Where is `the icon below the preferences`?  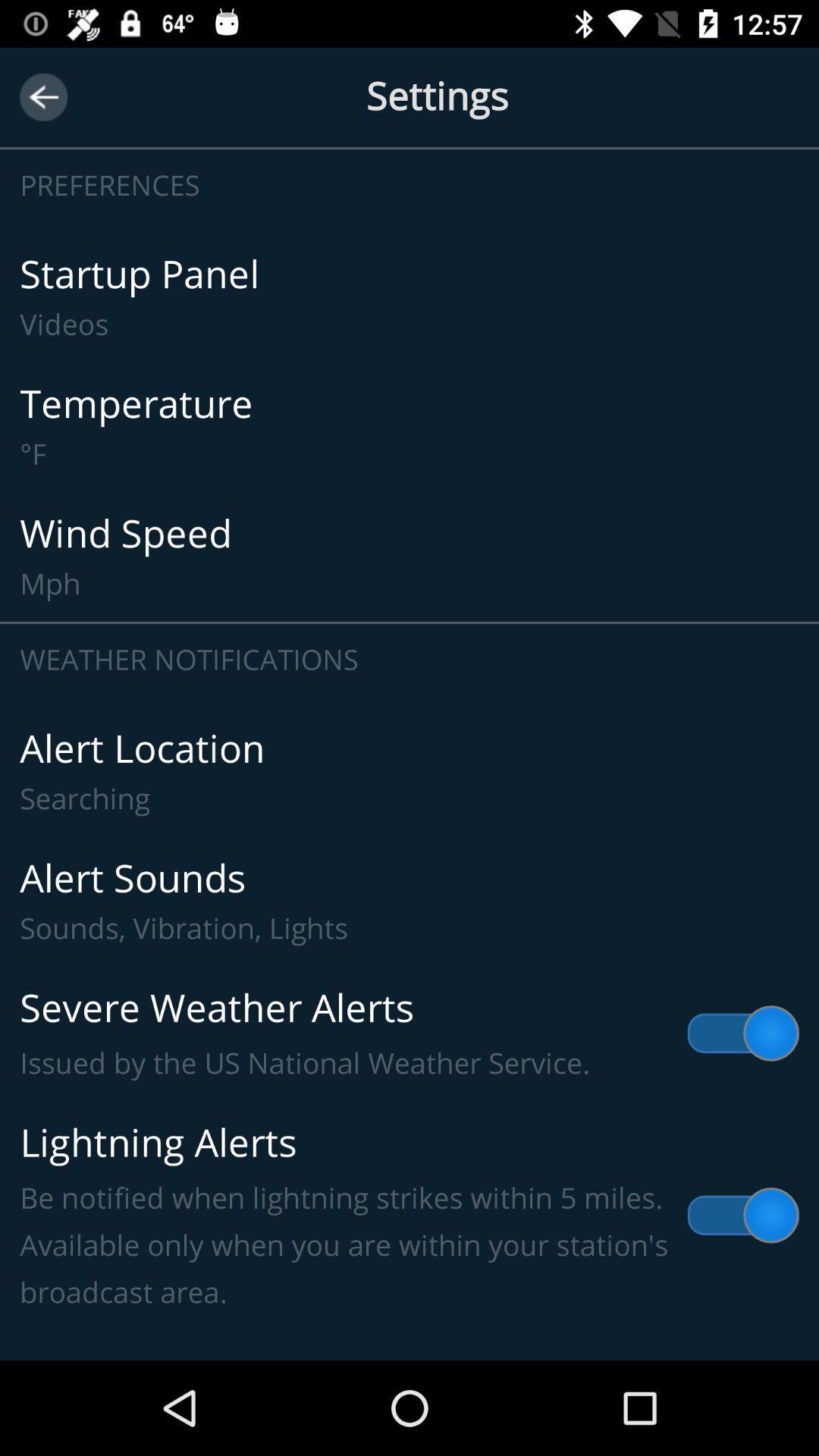
the icon below the preferences is located at coordinates (409, 297).